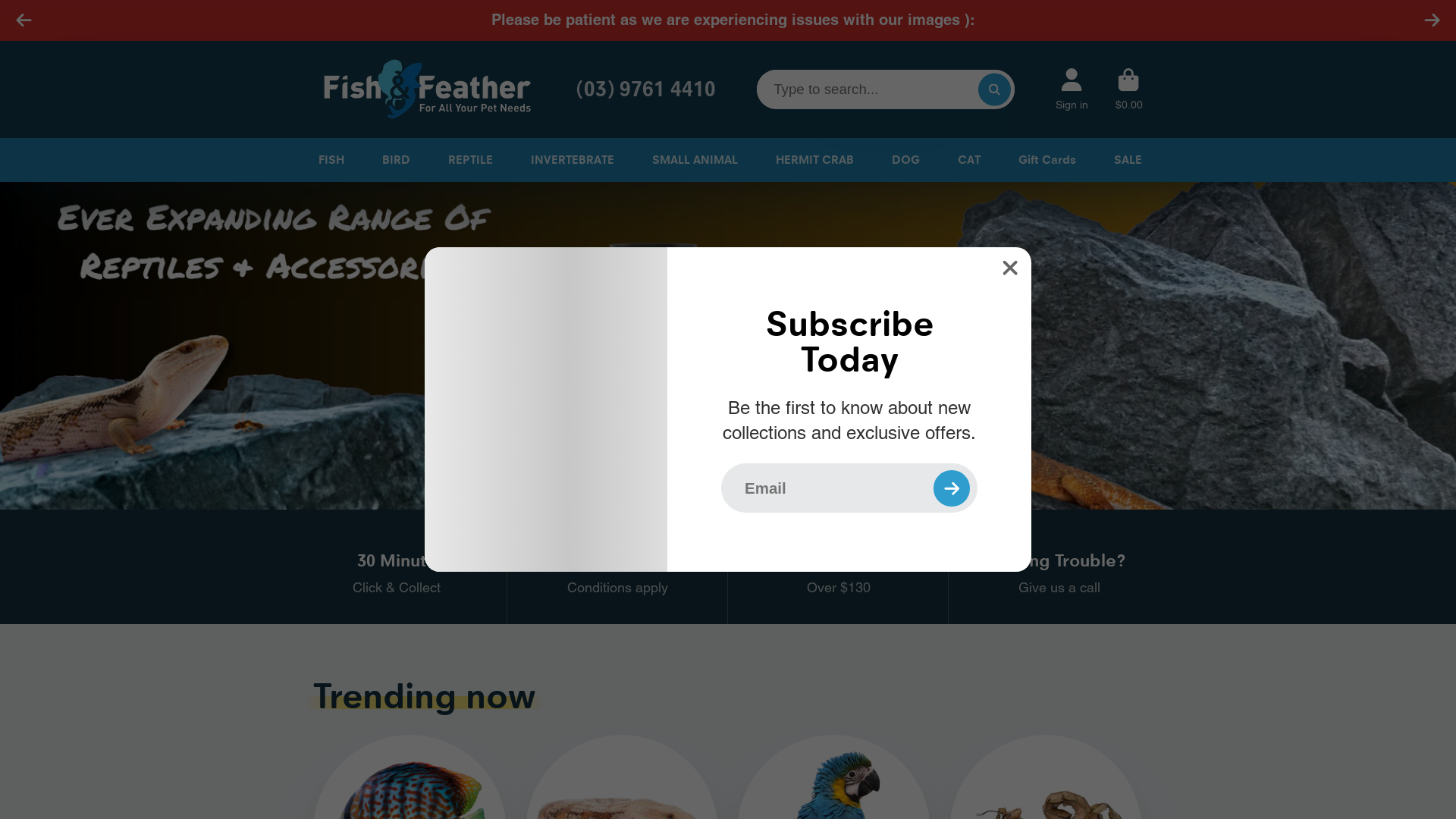 The height and width of the screenshot is (819, 1456). I want to click on 'DOG', so click(903, 160).